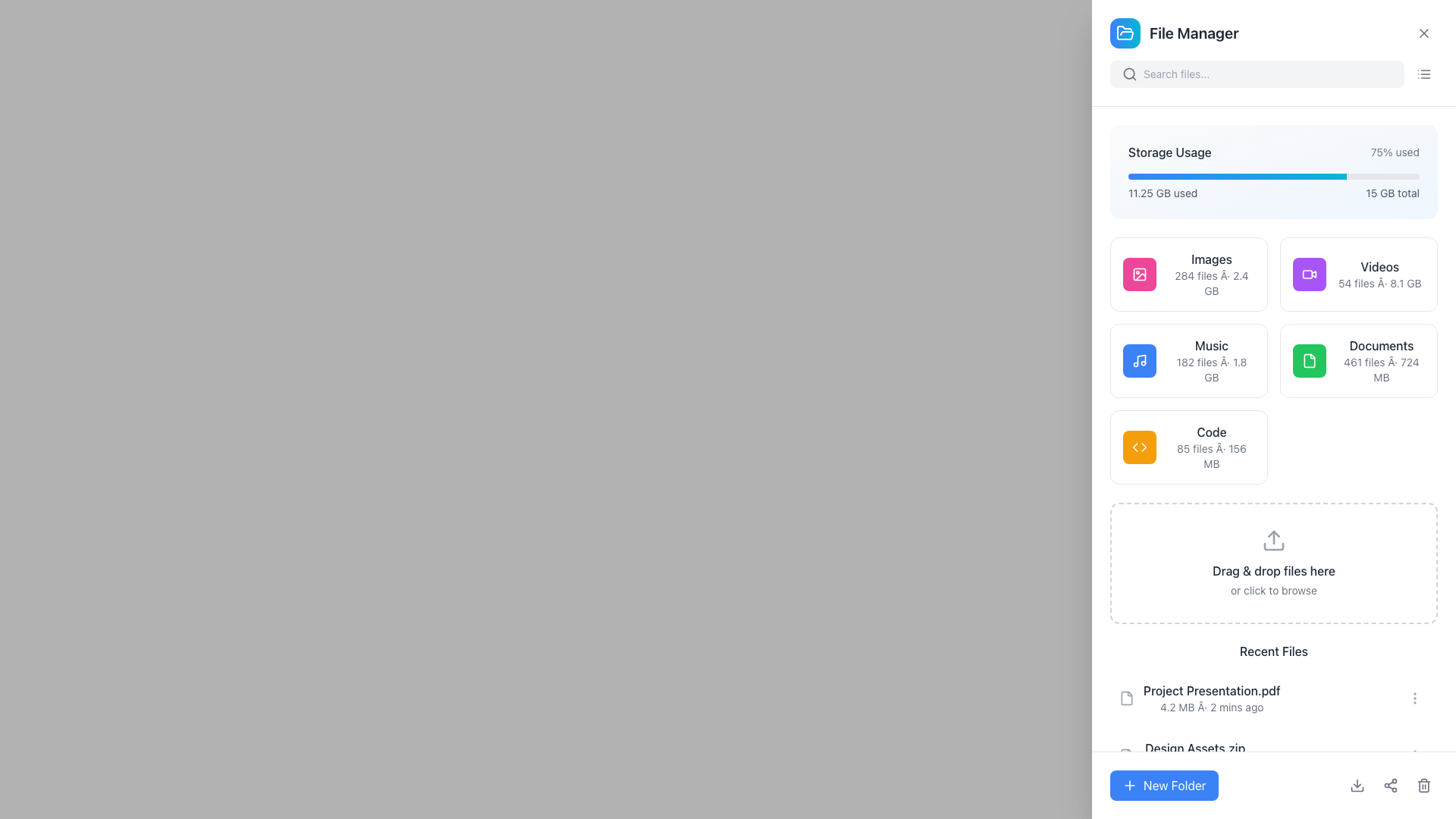  What do you see at coordinates (1274, 755) in the screenshot?
I see `the second file entry in the 'Recent Files' section of the file manager interface` at bounding box center [1274, 755].